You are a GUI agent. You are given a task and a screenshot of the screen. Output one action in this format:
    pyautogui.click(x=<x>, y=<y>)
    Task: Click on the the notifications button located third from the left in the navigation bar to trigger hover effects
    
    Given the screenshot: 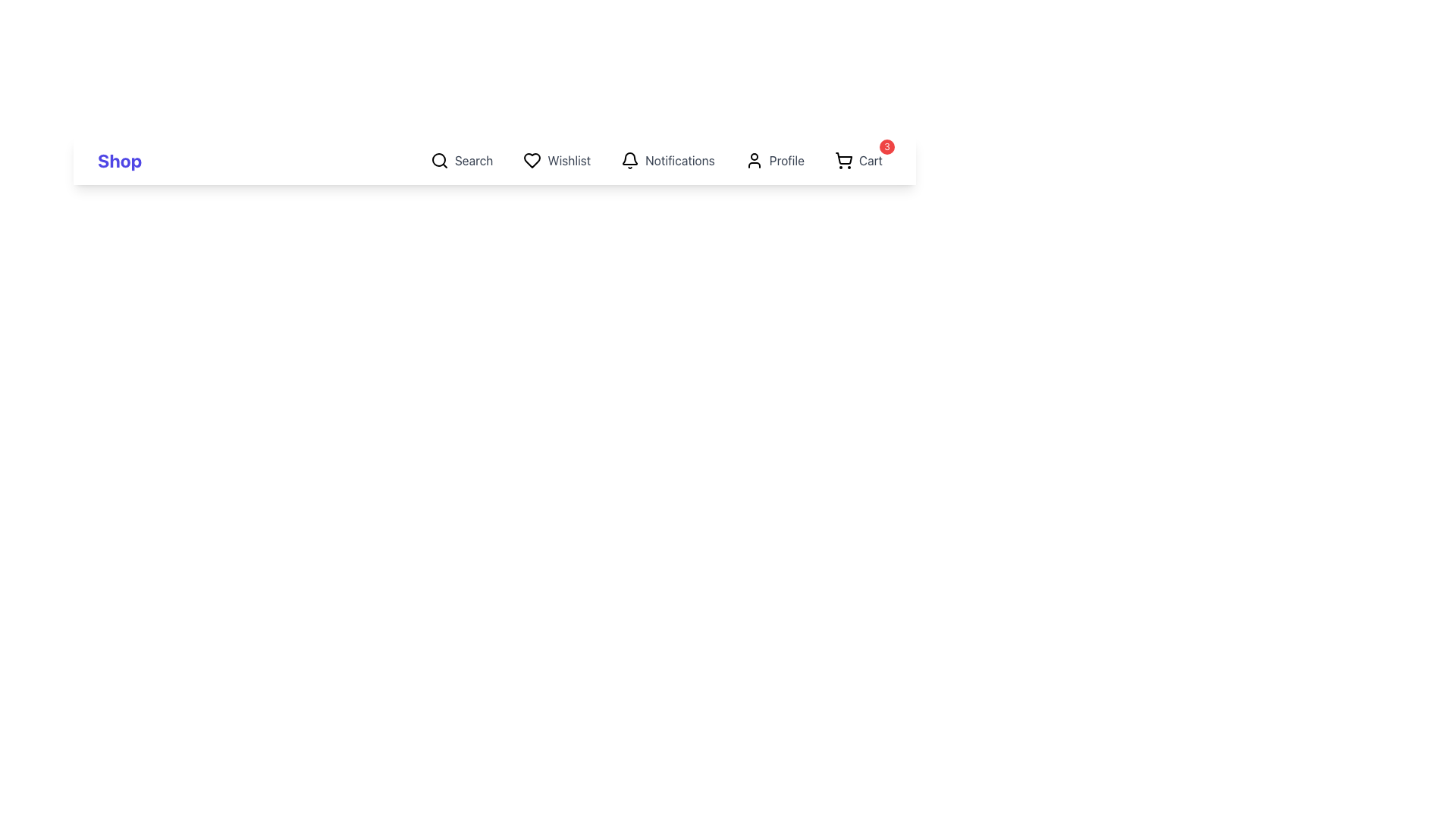 What is the action you would take?
    pyautogui.click(x=667, y=161)
    